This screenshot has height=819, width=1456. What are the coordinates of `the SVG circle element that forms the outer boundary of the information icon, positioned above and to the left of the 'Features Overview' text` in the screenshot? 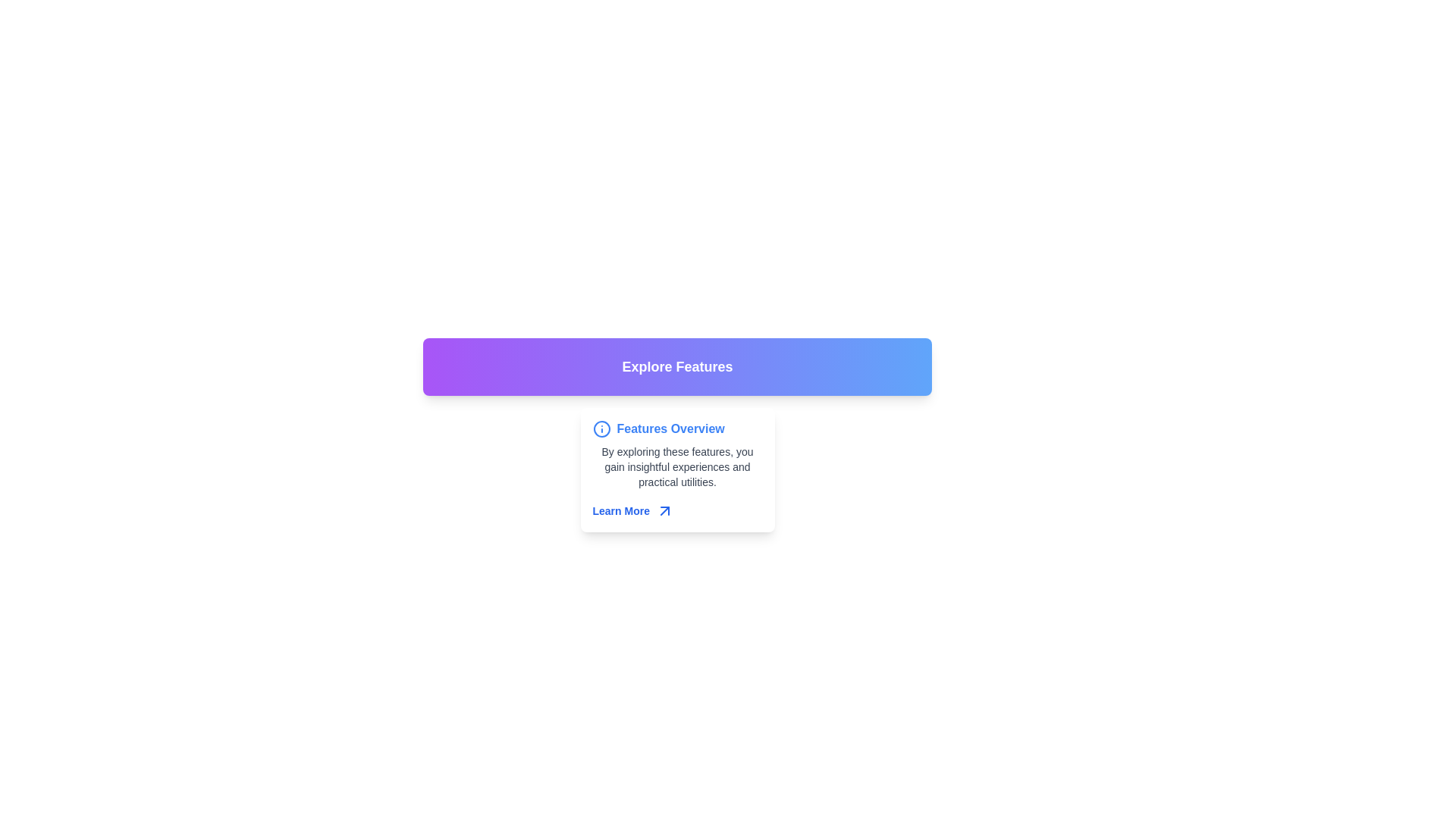 It's located at (601, 429).